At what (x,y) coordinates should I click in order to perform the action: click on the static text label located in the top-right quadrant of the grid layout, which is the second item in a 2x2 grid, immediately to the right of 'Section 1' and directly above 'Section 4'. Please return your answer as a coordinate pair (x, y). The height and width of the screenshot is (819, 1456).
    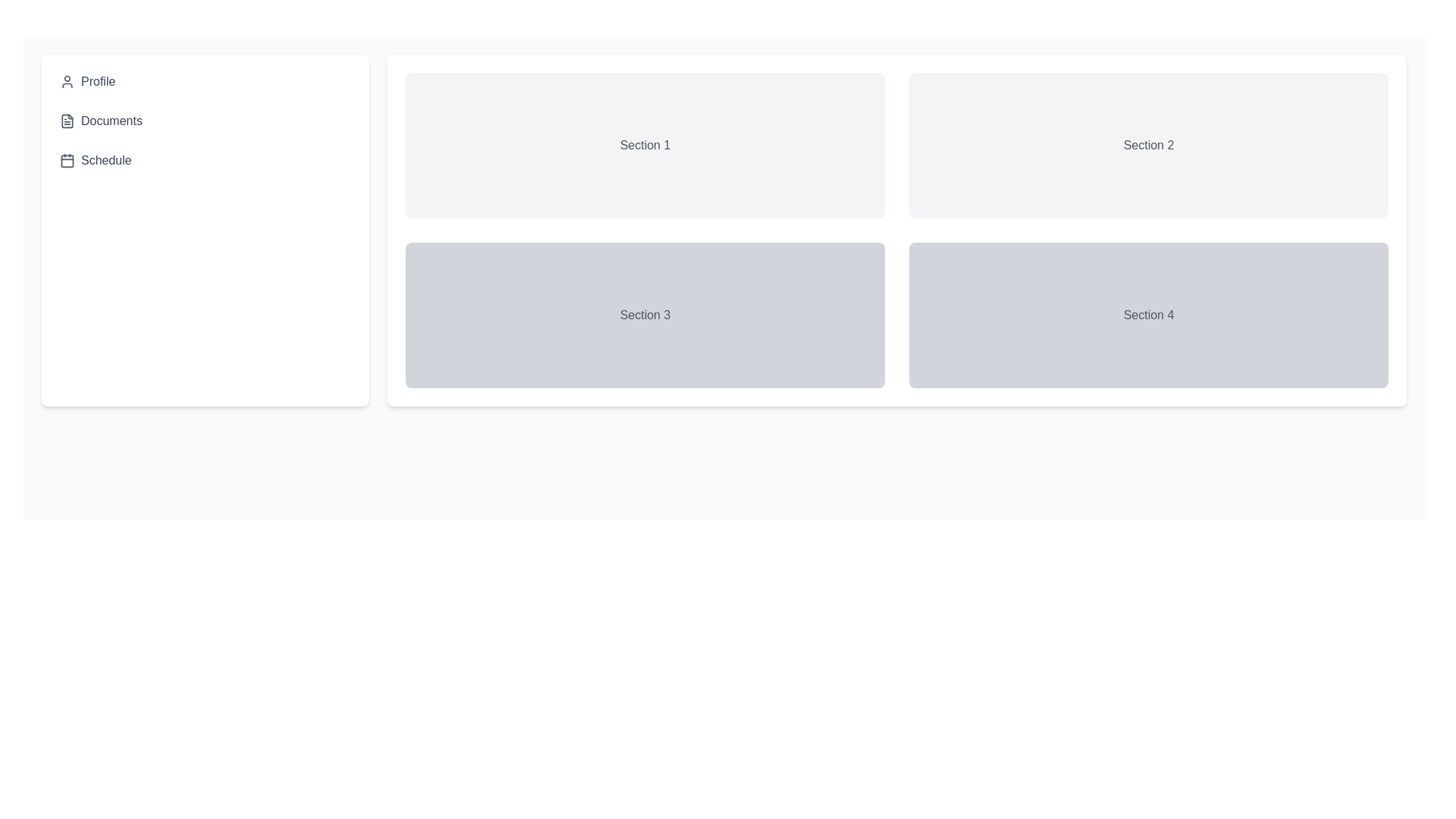
    Looking at the image, I should click on (1149, 146).